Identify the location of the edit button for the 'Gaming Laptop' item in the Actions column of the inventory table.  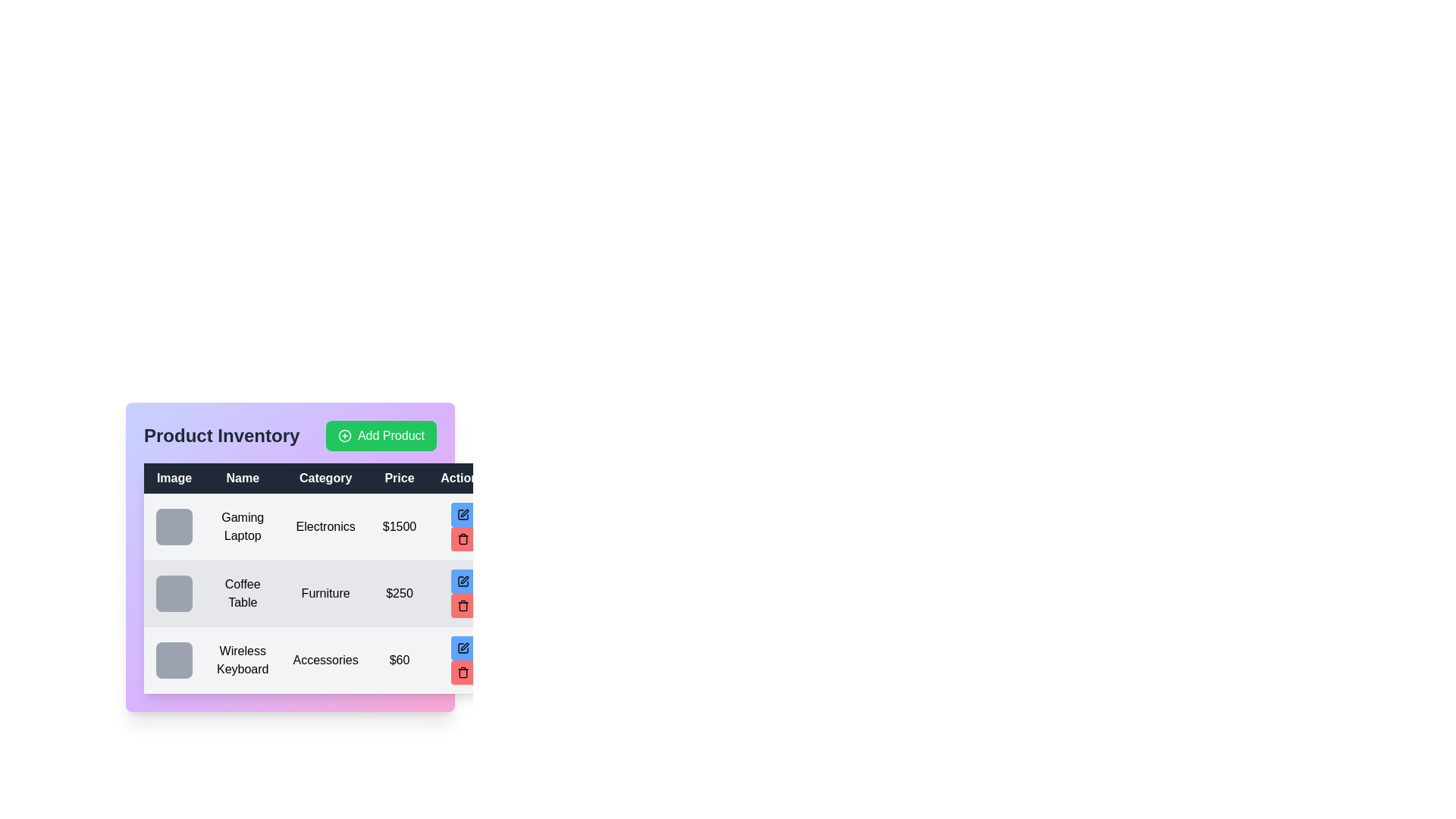
(462, 513).